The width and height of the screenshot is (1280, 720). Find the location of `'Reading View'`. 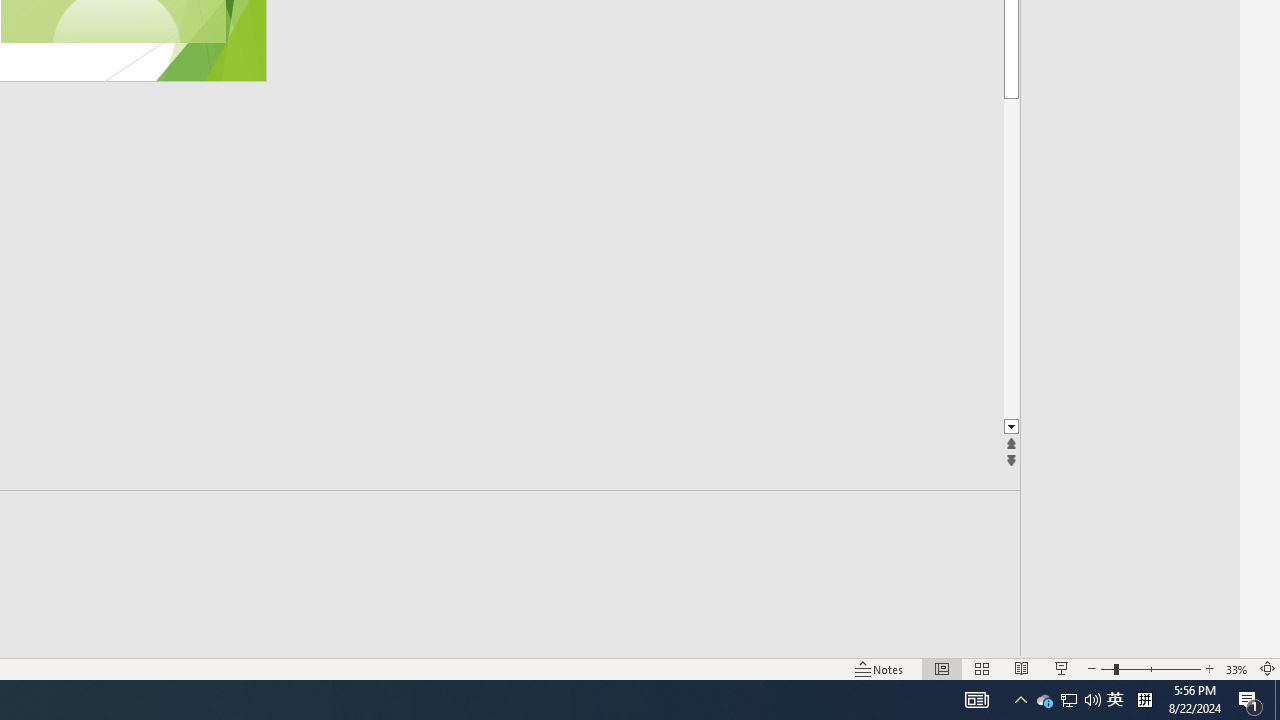

'Reading View' is located at coordinates (1022, 669).